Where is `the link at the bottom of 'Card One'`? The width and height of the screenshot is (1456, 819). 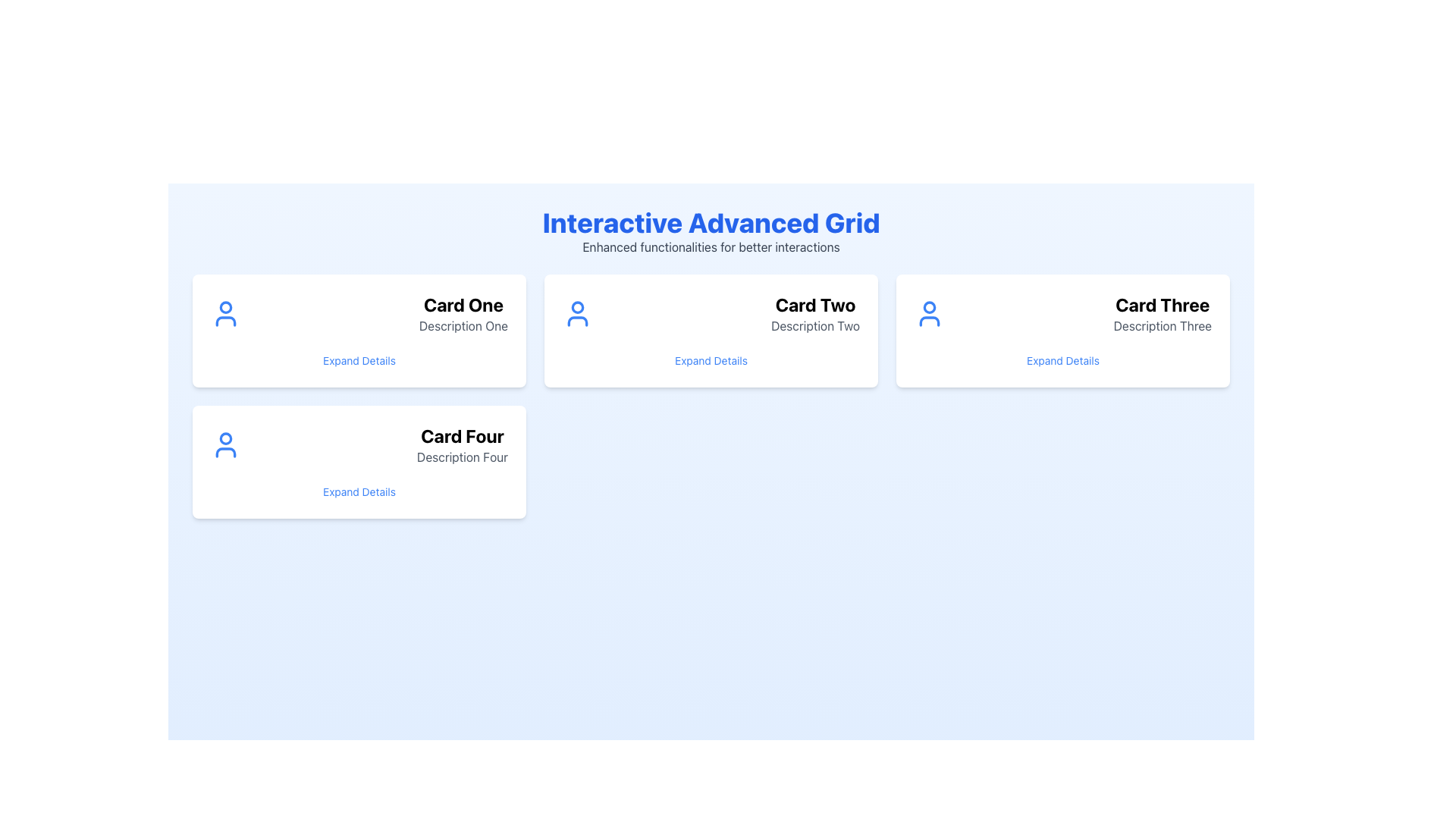
the link at the bottom of 'Card One' is located at coordinates (359, 360).